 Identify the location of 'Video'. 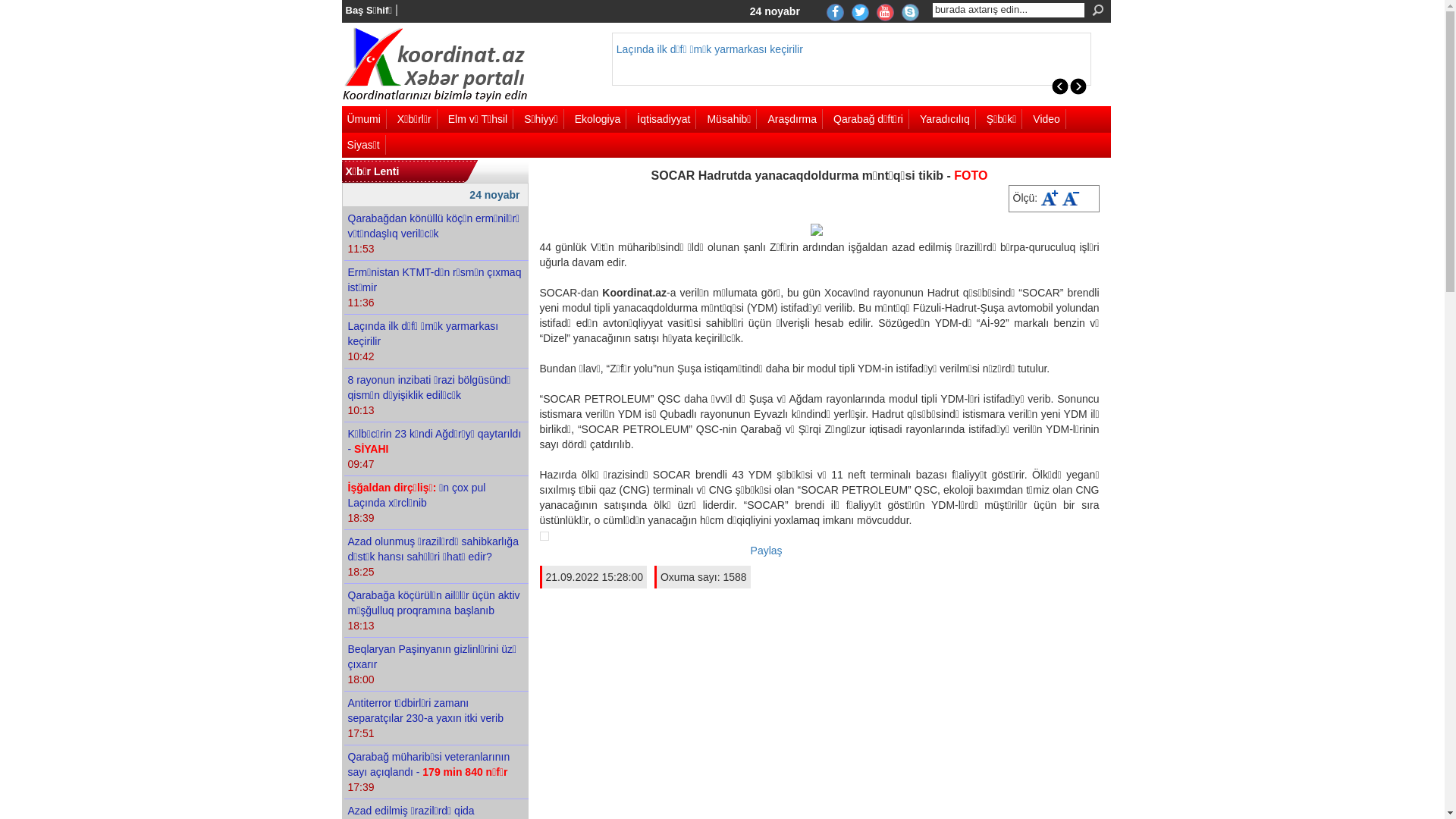
(1048, 118).